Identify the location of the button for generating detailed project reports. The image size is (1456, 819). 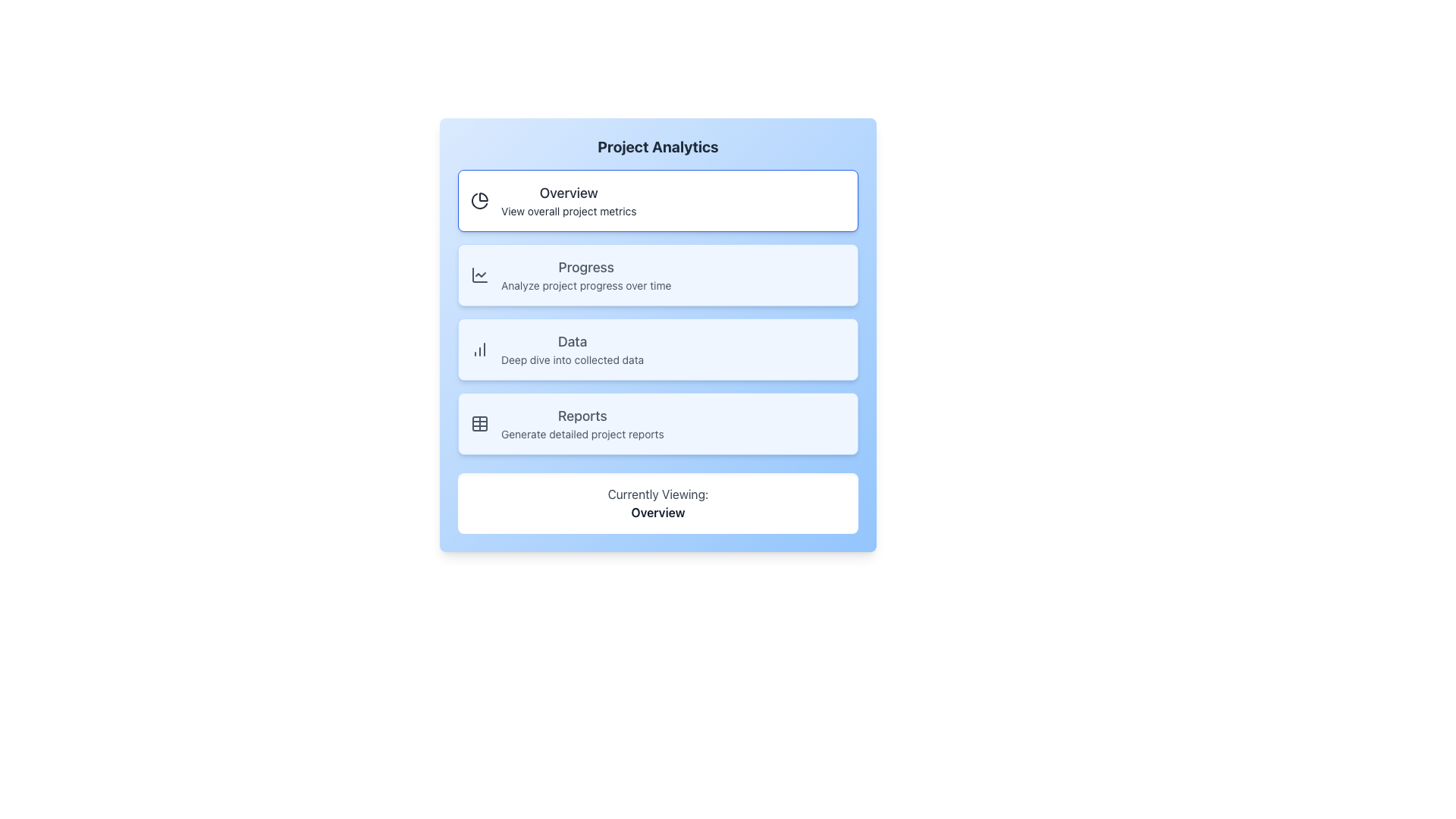
(658, 424).